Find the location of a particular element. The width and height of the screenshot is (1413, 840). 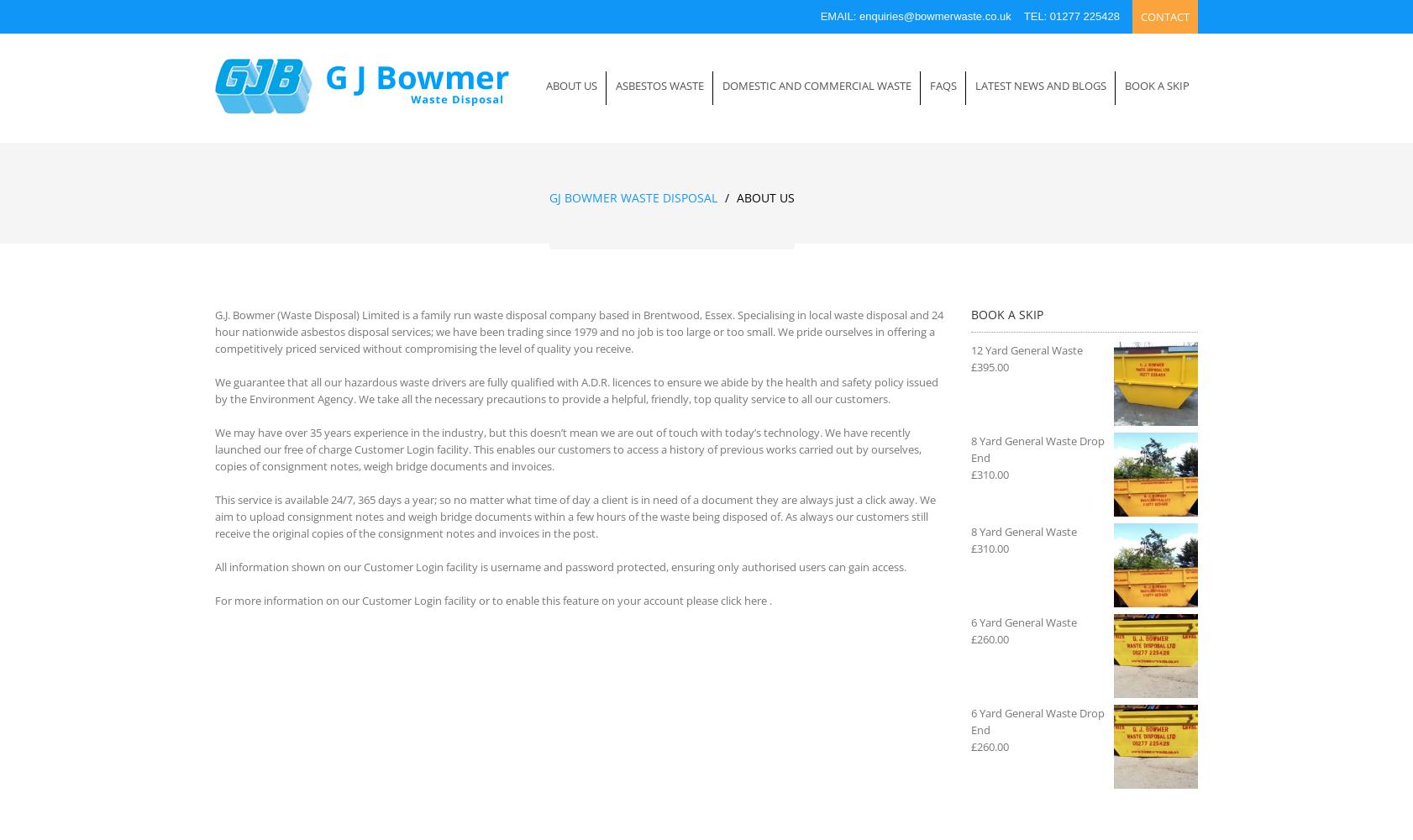

'GJ Bowmer Waste Disposal' is located at coordinates (633, 196).